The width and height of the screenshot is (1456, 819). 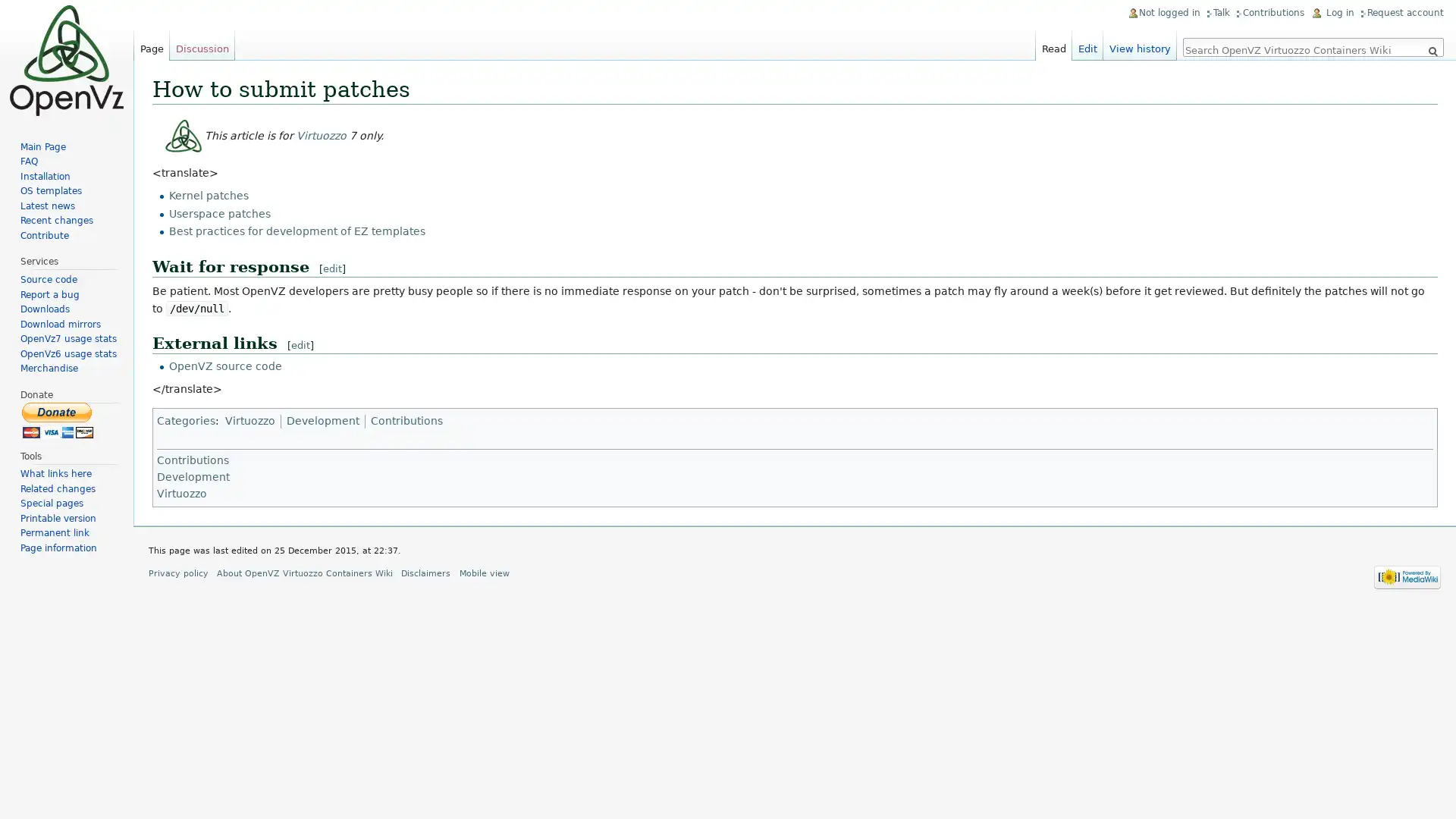 What do you see at coordinates (1432, 51) in the screenshot?
I see `Go` at bounding box center [1432, 51].